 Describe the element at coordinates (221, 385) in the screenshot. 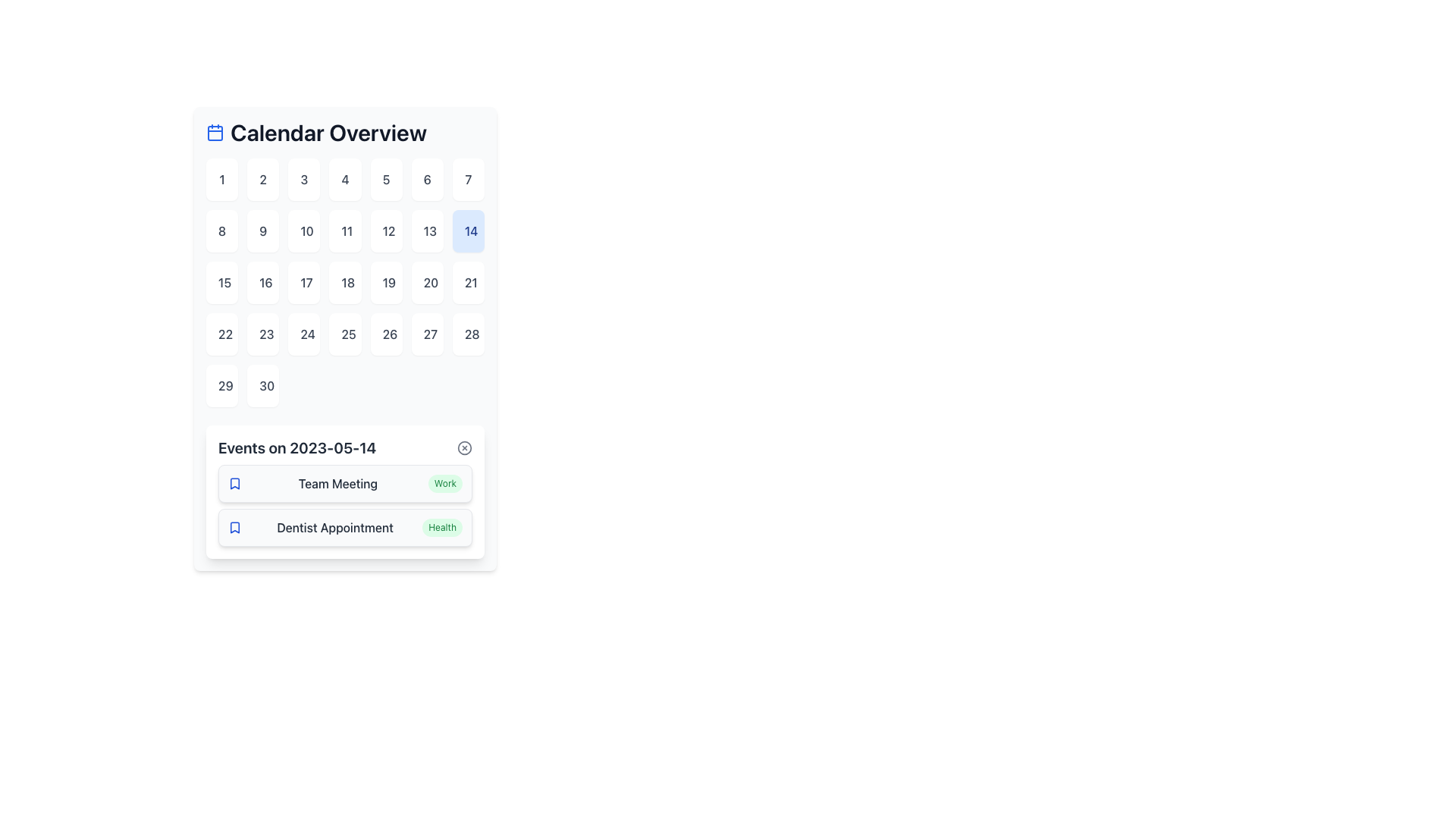

I see `the interactive button for selecting the date '29'` at that location.